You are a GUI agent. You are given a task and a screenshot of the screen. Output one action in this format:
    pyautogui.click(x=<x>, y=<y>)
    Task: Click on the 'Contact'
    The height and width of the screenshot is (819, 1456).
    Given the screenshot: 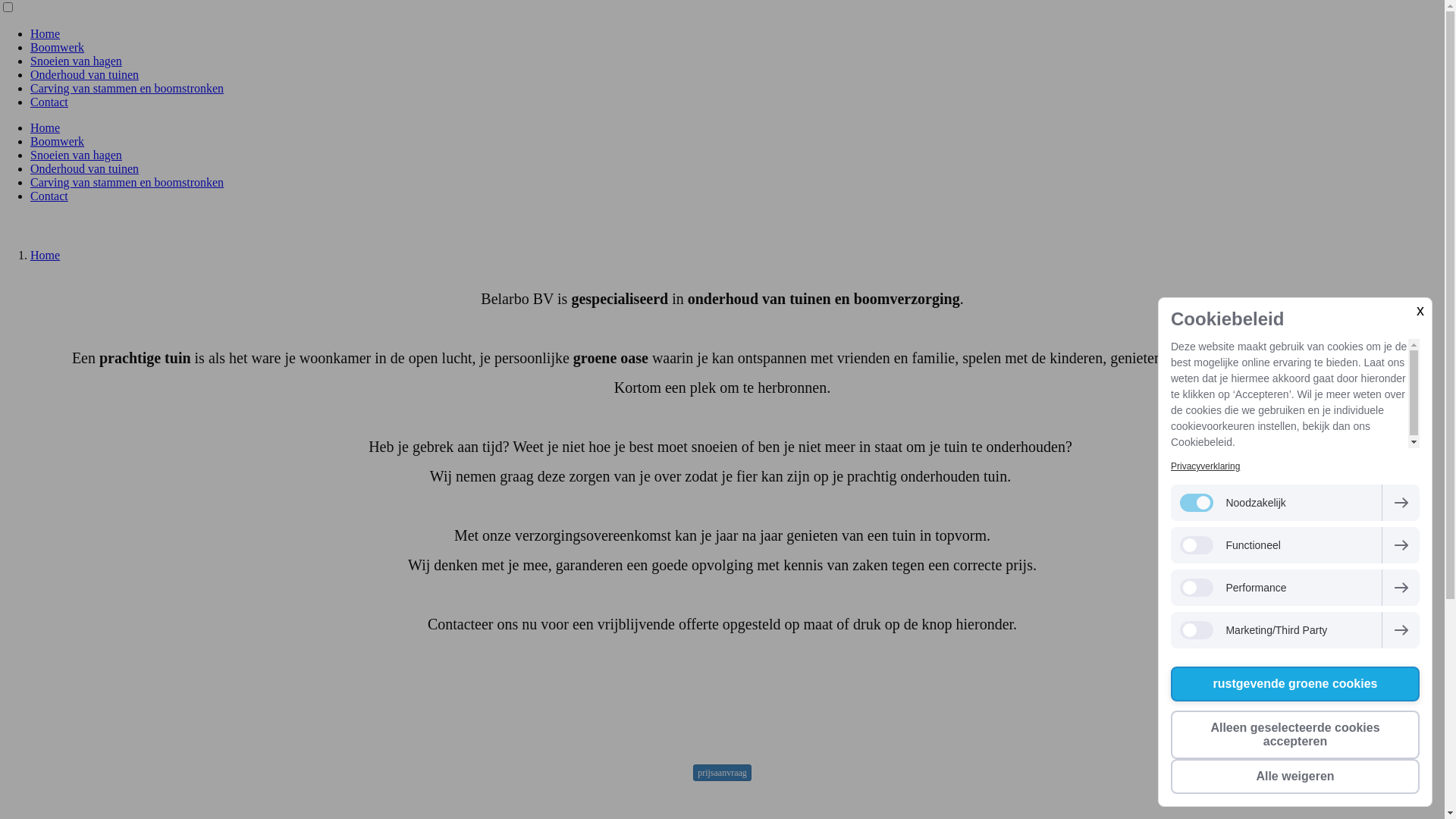 What is the action you would take?
    pyautogui.click(x=49, y=102)
    